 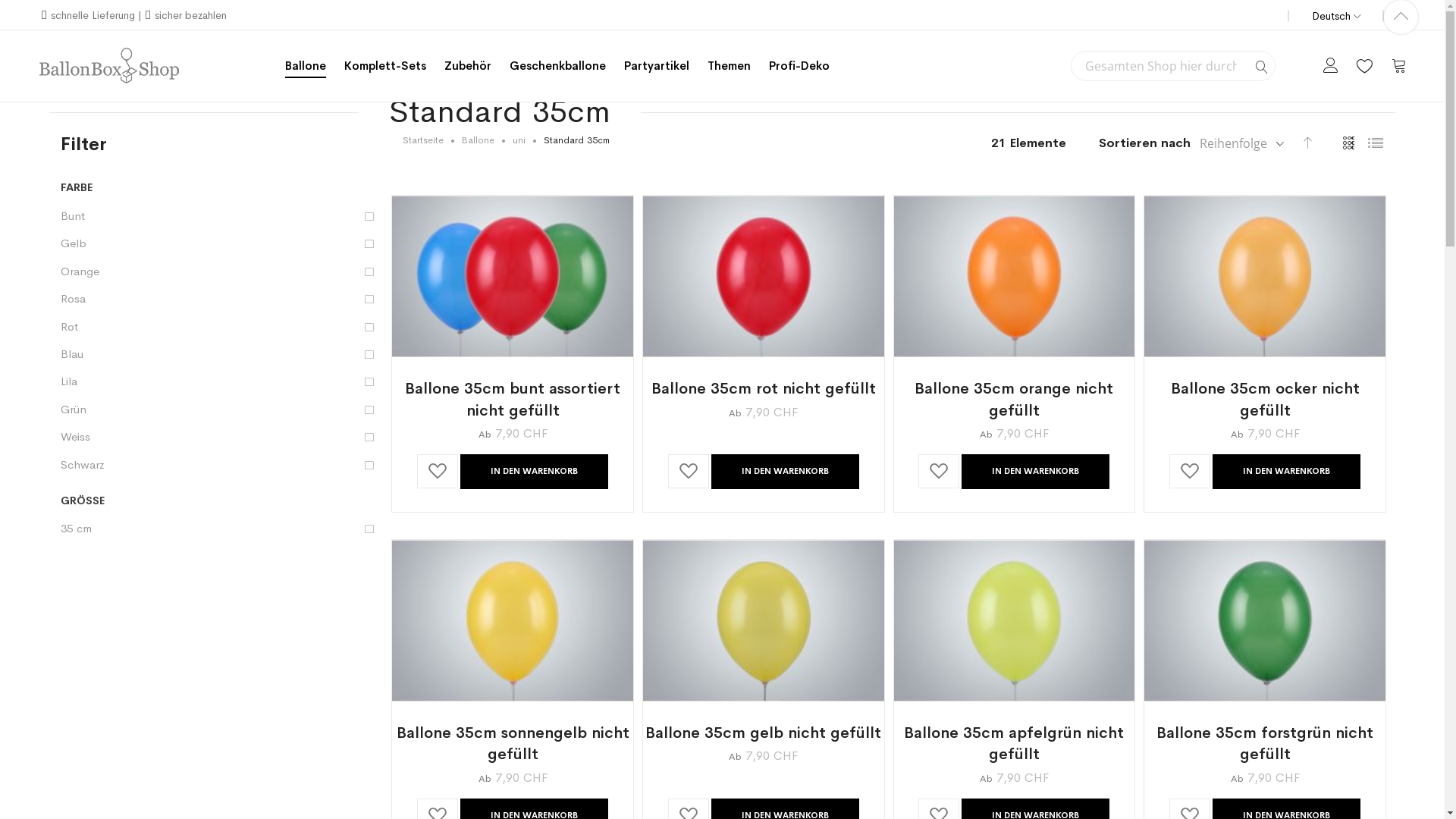 What do you see at coordinates (385, 64) in the screenshot?
I see `'Komplett-Sets'` at bounding box center [385, 64].